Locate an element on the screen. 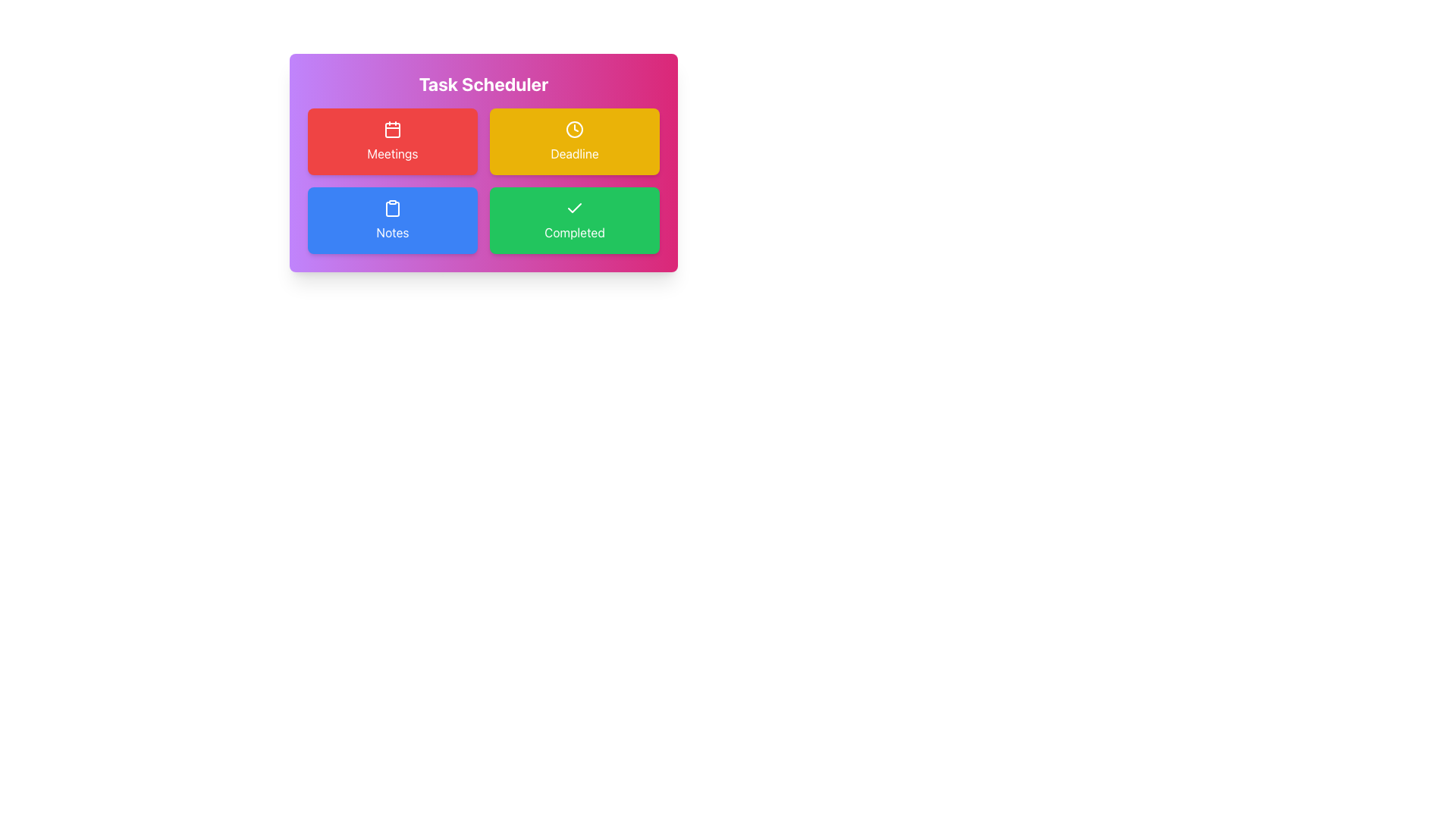  text label 'Deadline' which is located in the bottom center of the yellow button with rounded corners in the top-right of the interface is located at coordinates (574, 154).